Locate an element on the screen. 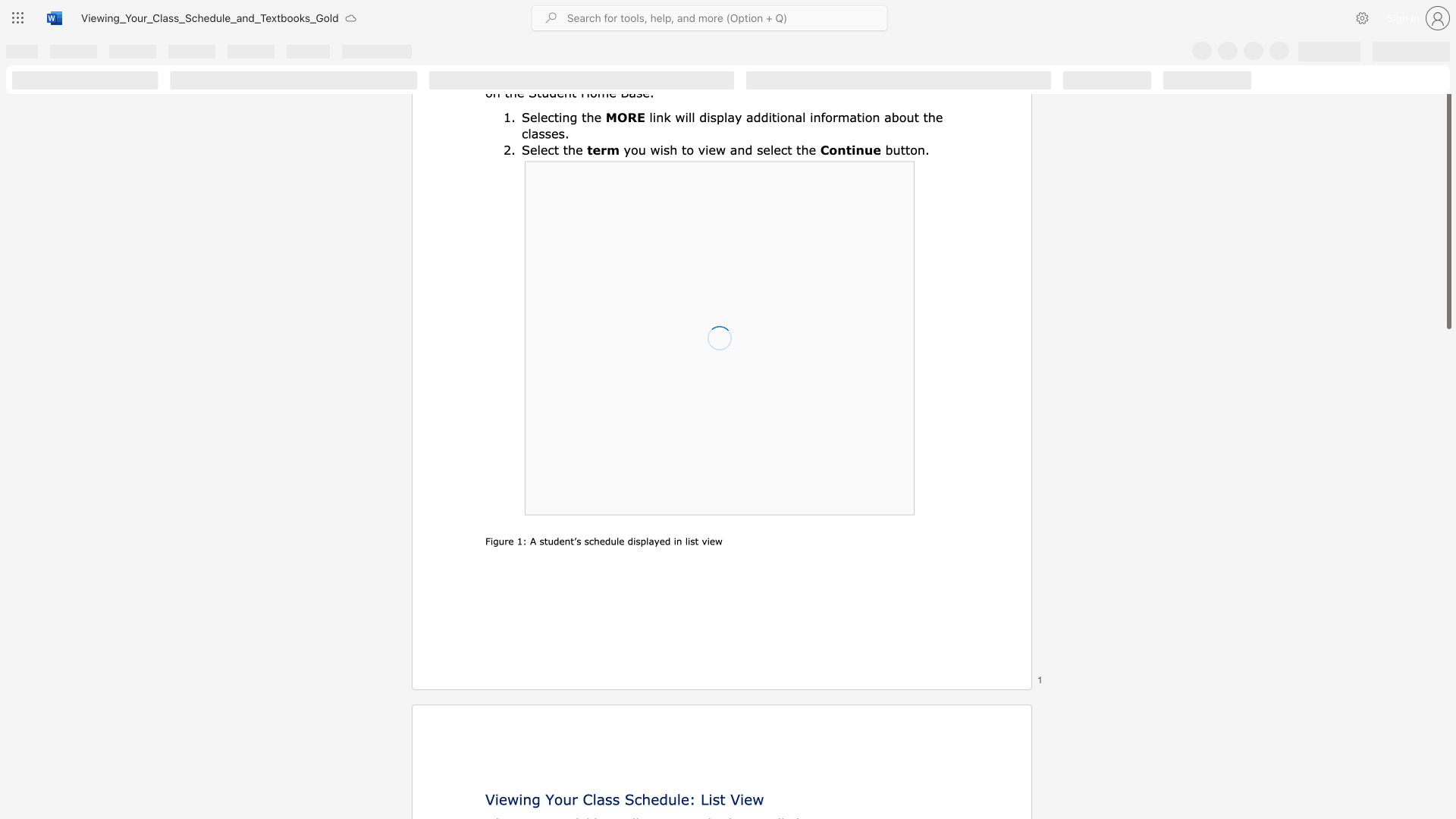 Image resolution: width=1456 pixels, height=819 pixels. the scrollbar and move down 990 pixels is located at coordinates (1448, 210).